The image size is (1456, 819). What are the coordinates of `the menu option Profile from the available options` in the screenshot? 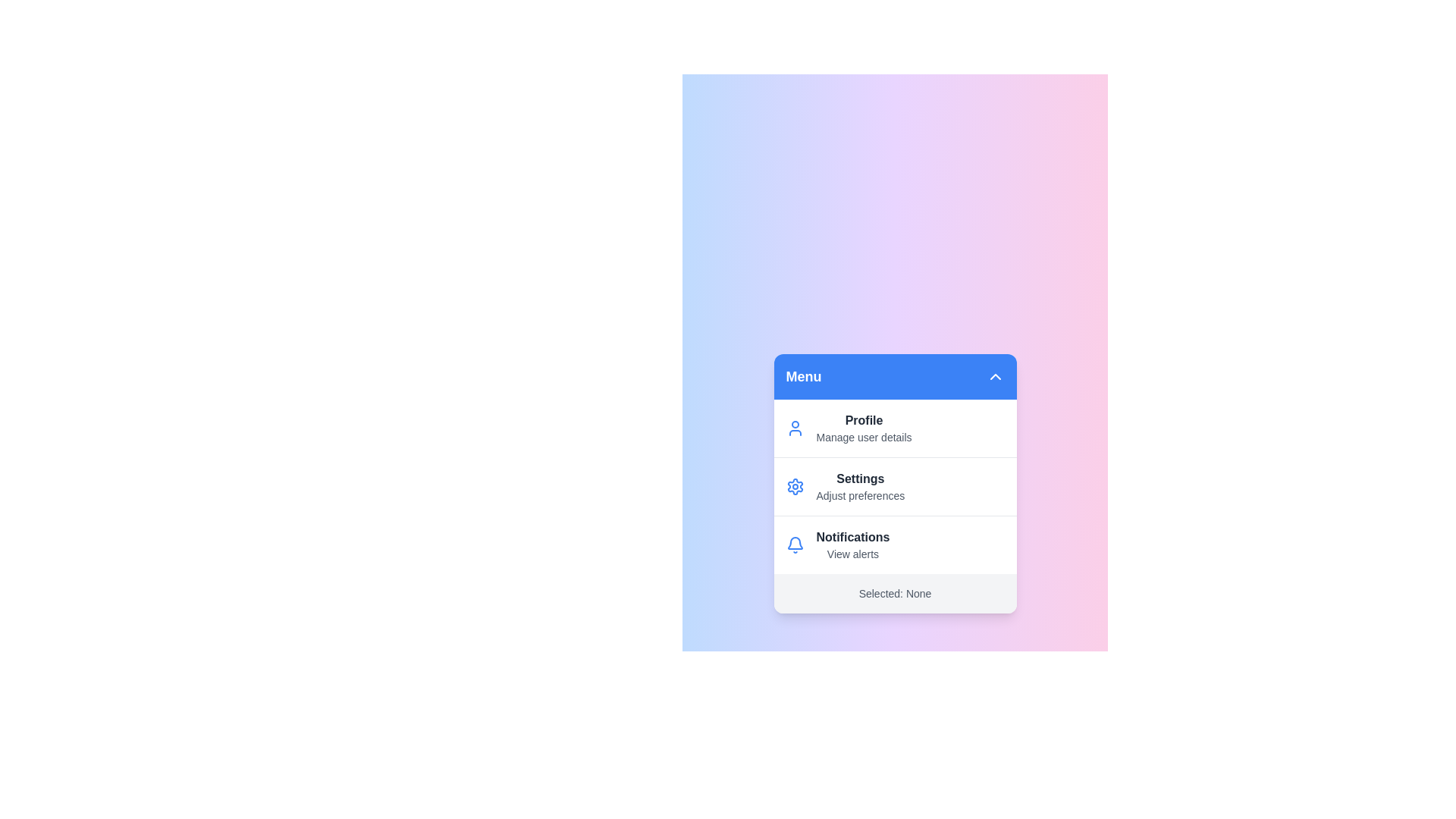 It's located at (895, 428).